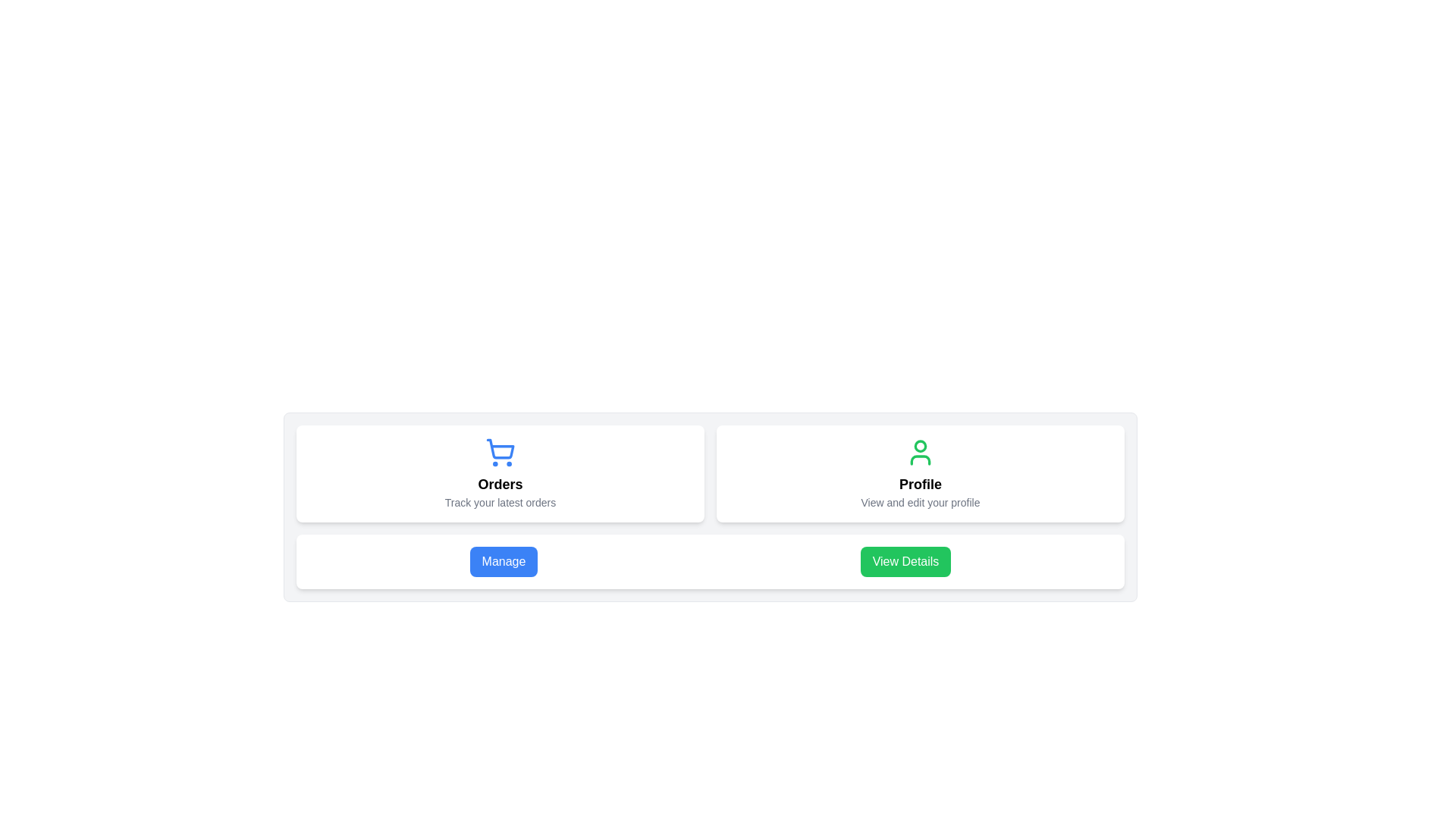 This screenshot has height=819, width=1456. I want to click on the button located to the right of the 'Manage' button in the 'Profile' section, so click(905, 561).